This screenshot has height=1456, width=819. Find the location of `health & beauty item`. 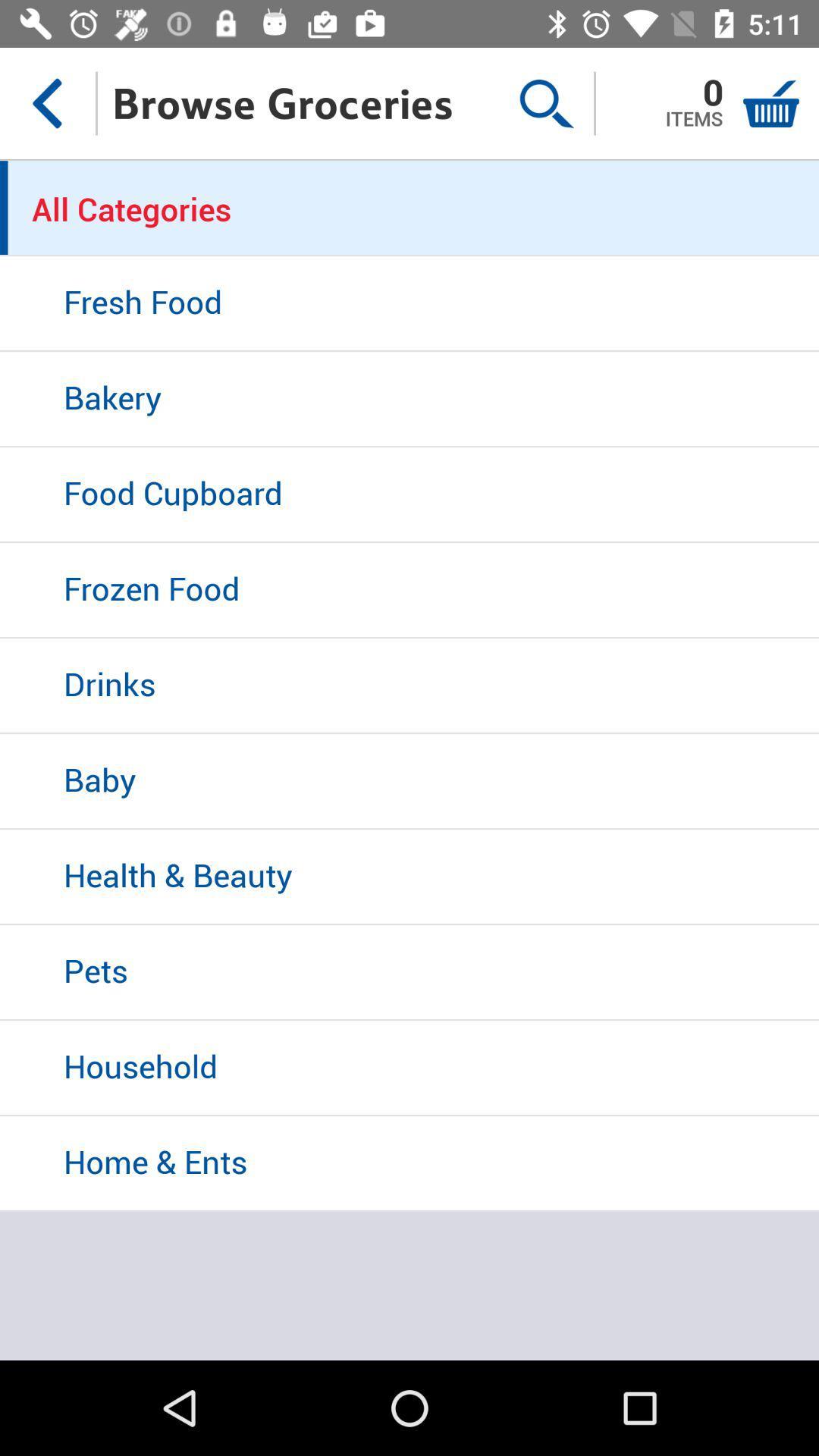

health & beauty item is located at coordinates (409, 877).